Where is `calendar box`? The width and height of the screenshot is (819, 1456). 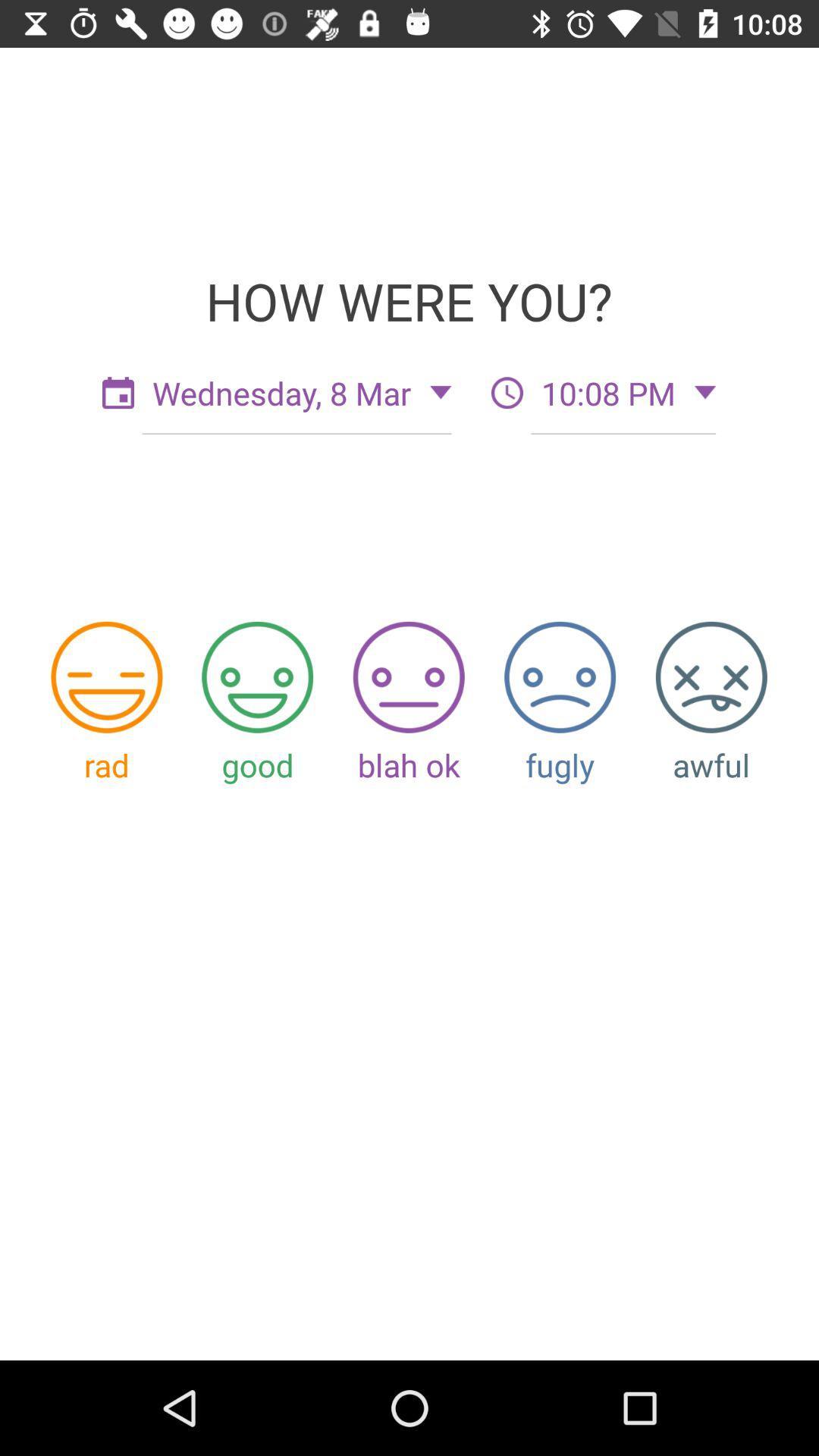
calendar box is located at coordinates (117, 393).